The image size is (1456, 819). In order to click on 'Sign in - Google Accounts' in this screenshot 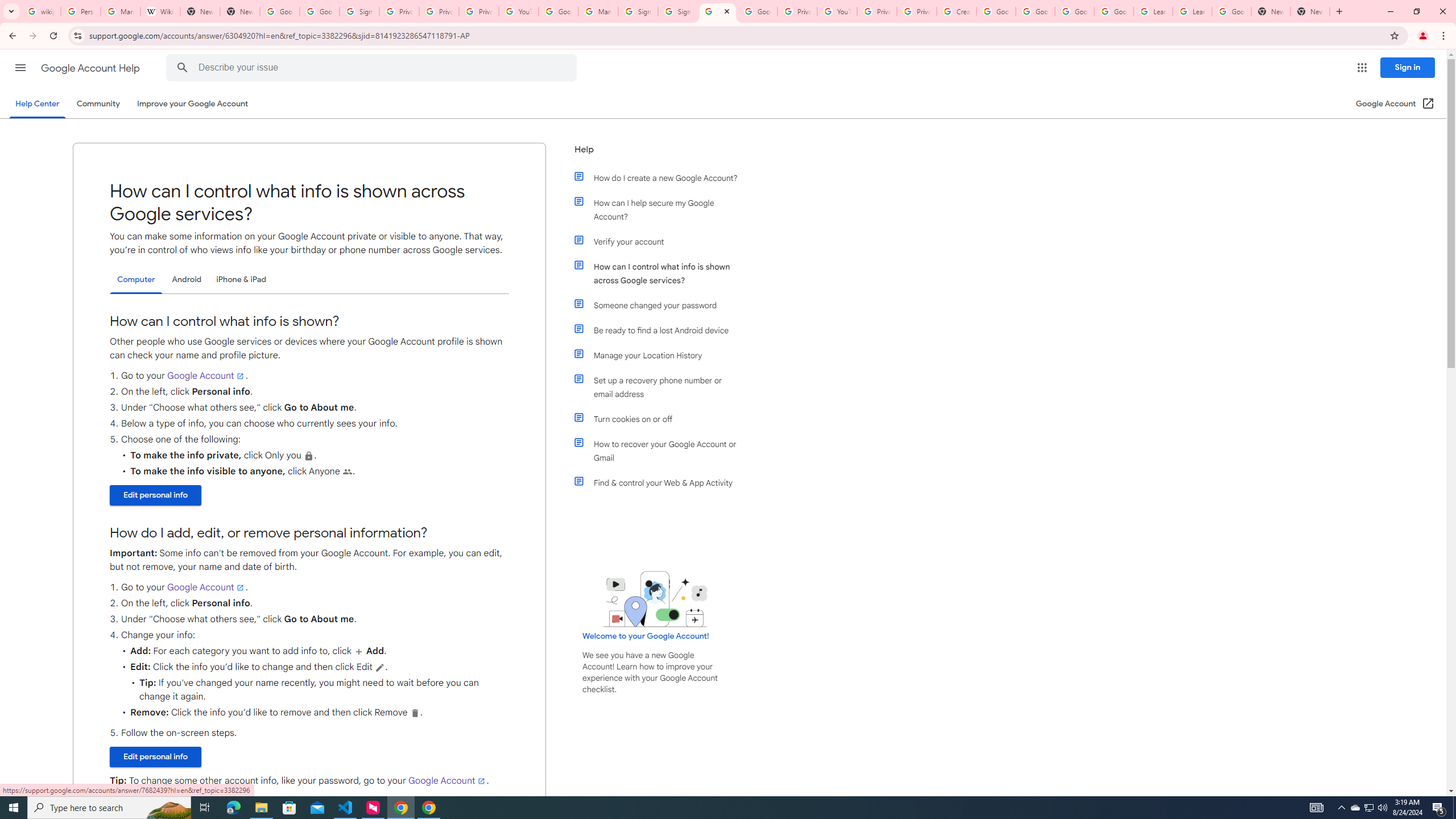, I will do `click(638, 11)`.